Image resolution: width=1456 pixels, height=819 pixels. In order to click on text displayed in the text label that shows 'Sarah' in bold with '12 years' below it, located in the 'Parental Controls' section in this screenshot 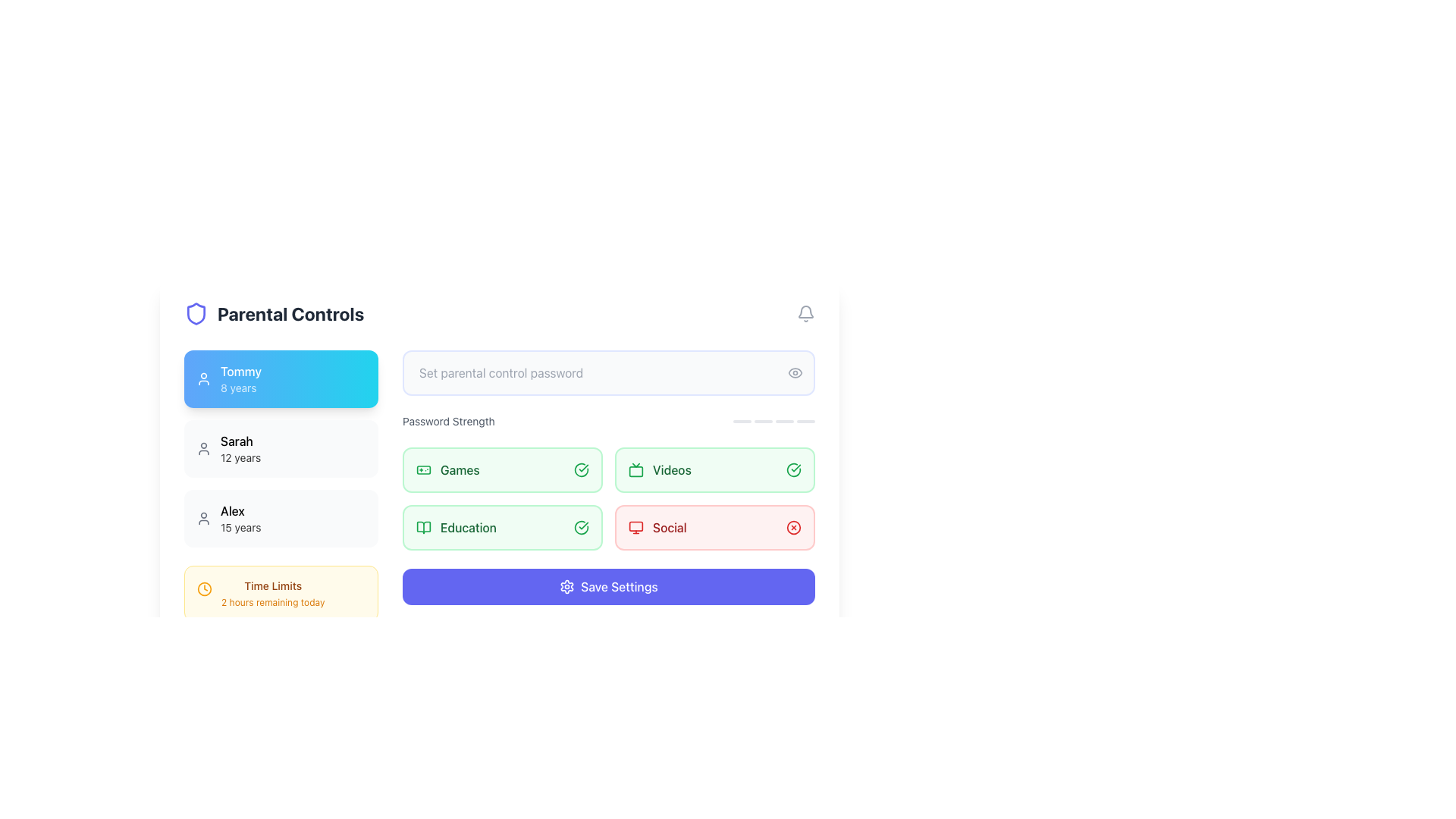, I will do `click(240, 447)`.